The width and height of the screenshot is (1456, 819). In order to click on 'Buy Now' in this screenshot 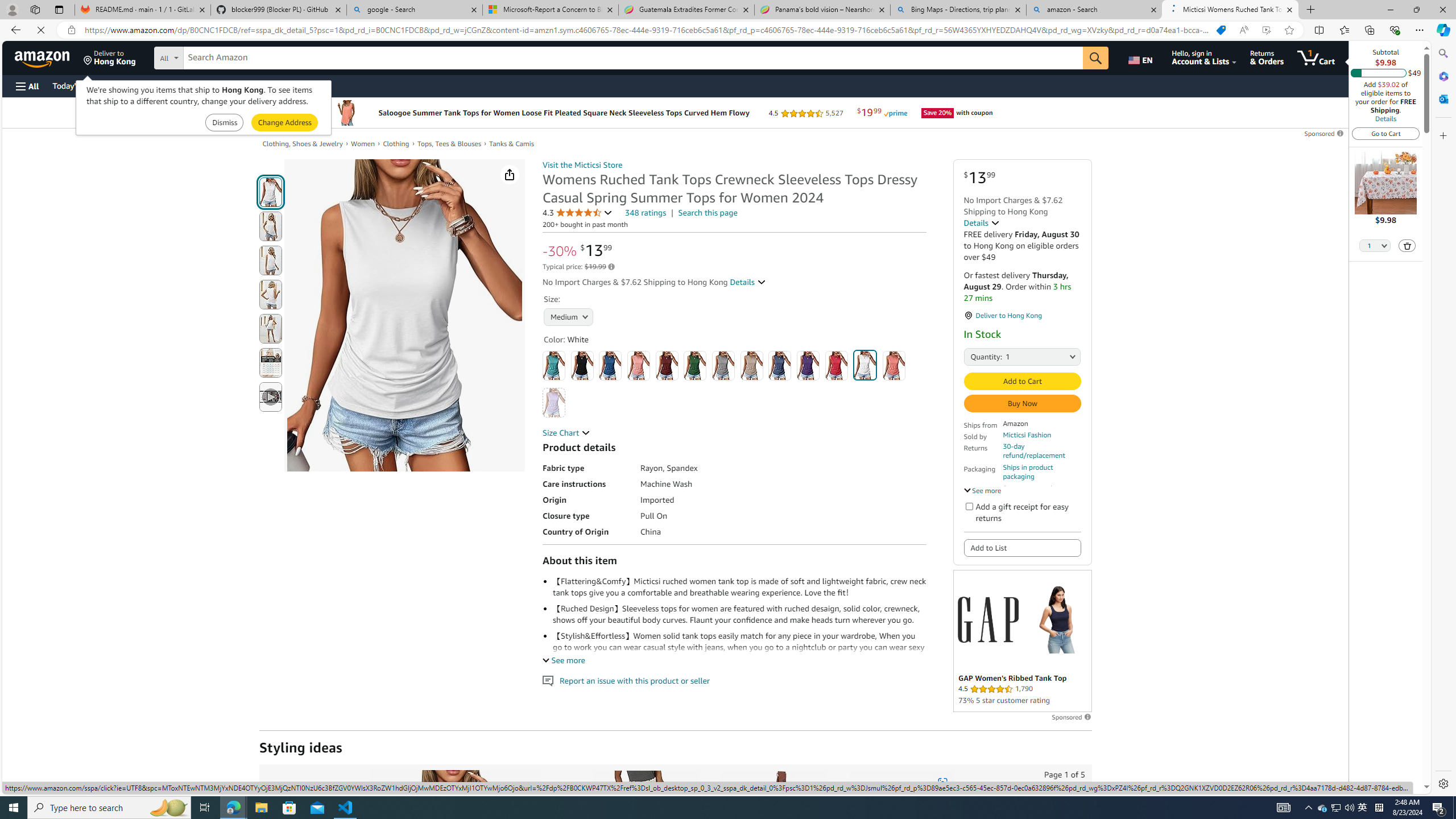, I will do `click(1022, 403)`.